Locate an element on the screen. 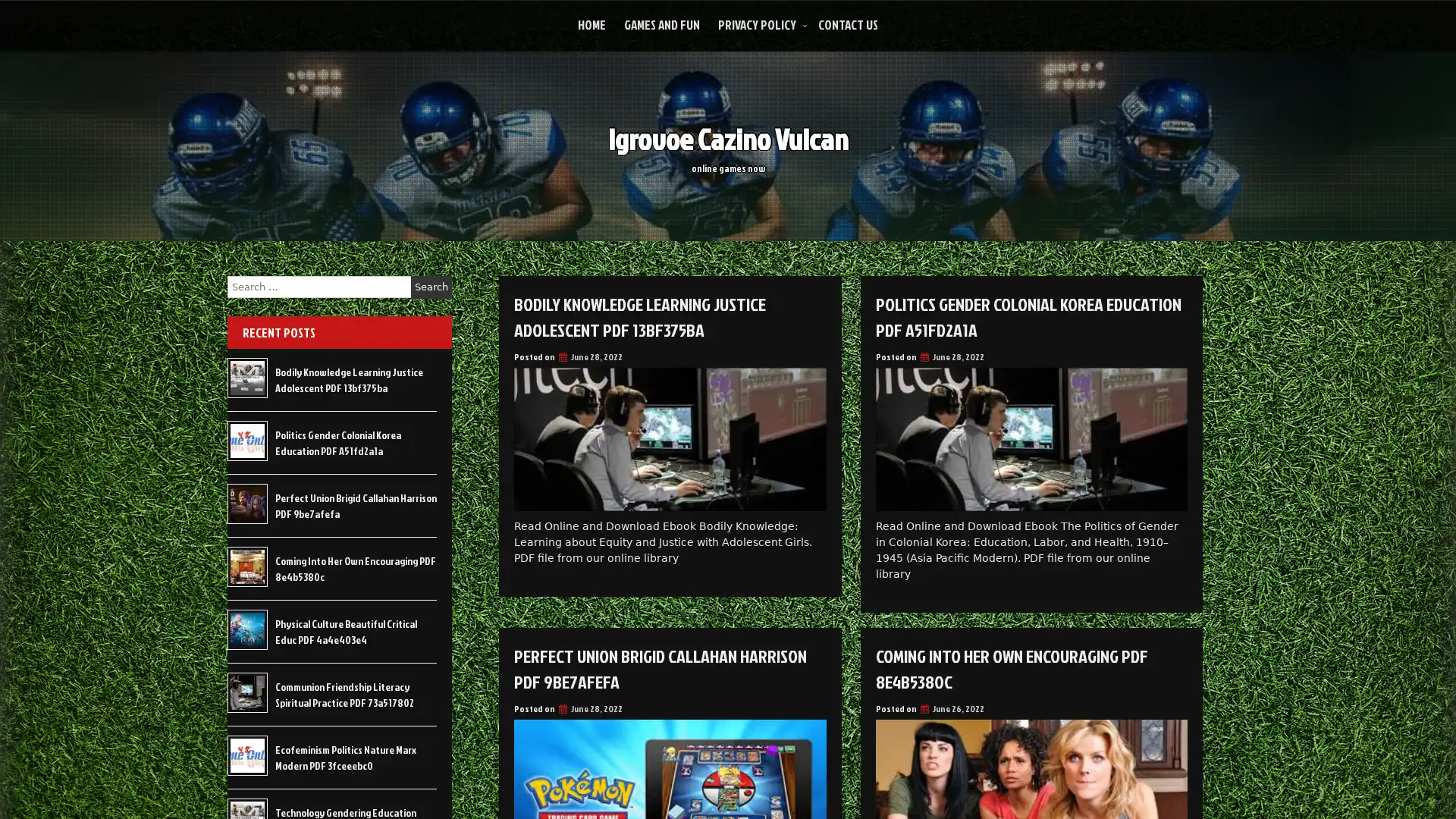 The height and width of the screenshot is (819, 1456). Search is located at coordinates (431, 287).